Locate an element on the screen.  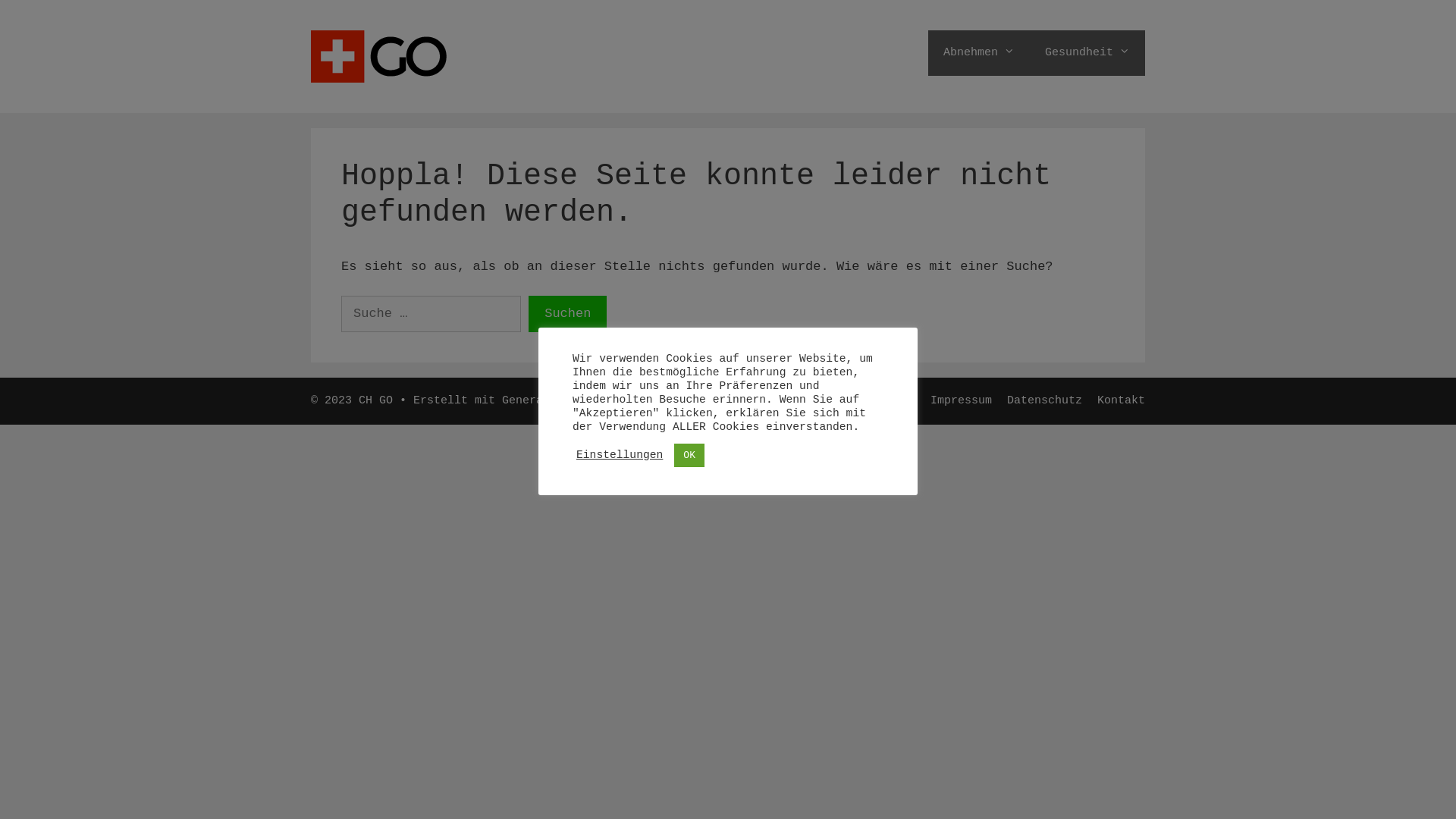
'Suche nach:' is located at coordinates (430, 312).